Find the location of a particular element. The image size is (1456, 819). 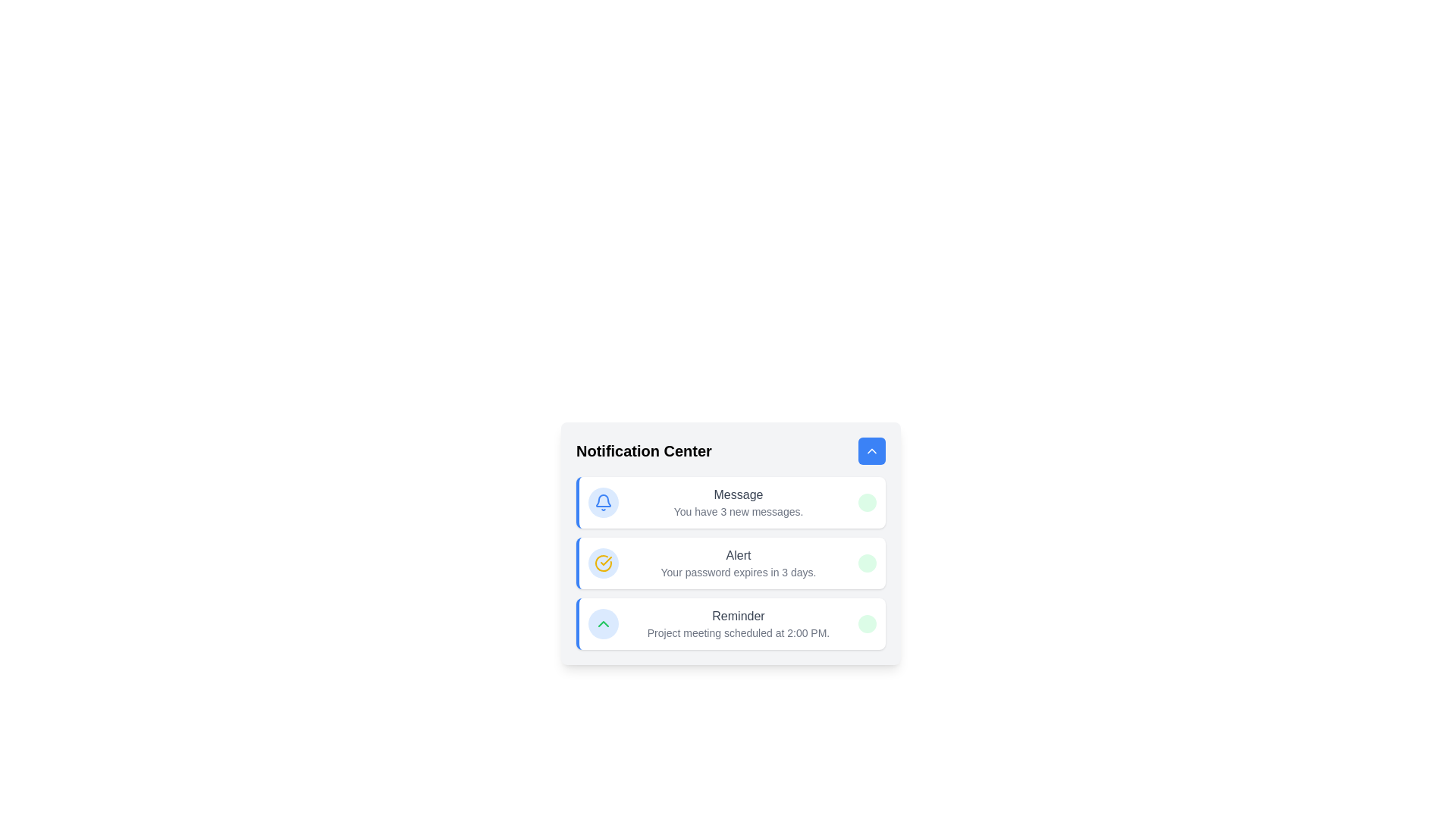

information displayed in the text block containing 'Alert' and 'Your password expires in 3 days.' located in the notification center, specifically the second notification item under 'Message' is located at coordinates (739, 563).